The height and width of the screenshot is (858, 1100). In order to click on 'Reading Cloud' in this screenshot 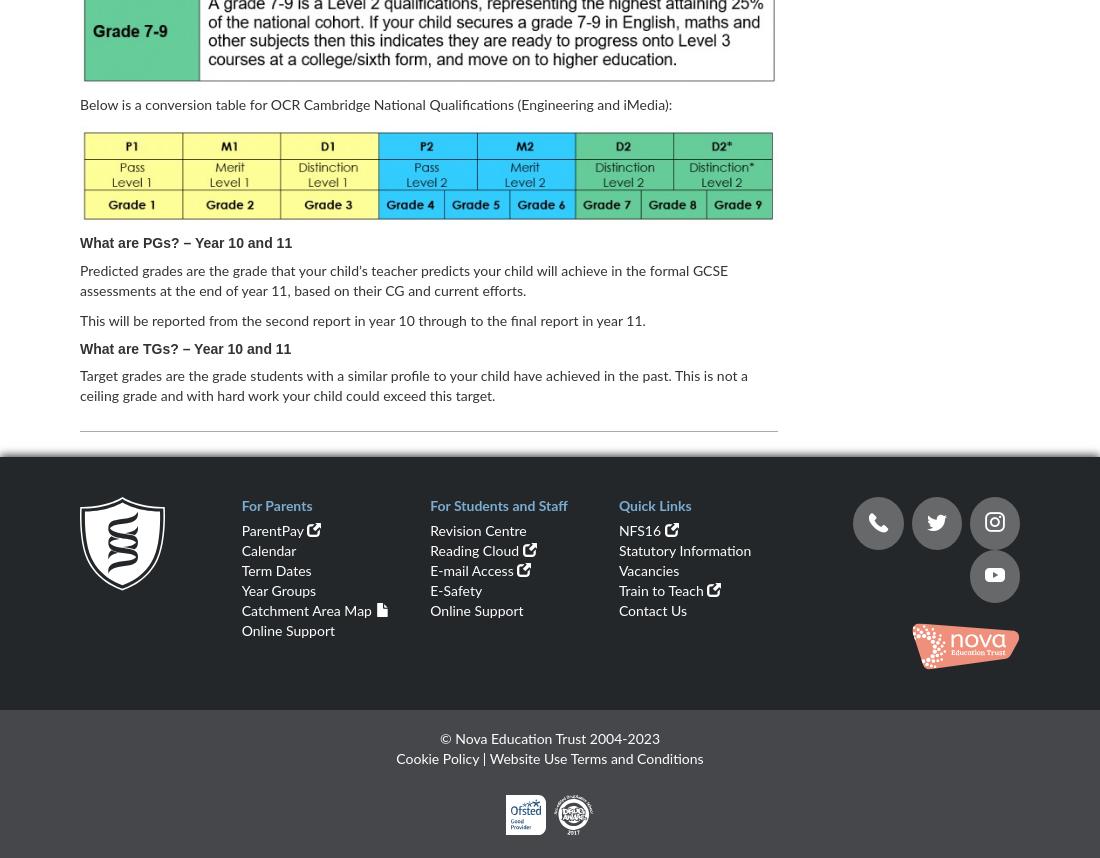, I will do `click(474, 552)`.